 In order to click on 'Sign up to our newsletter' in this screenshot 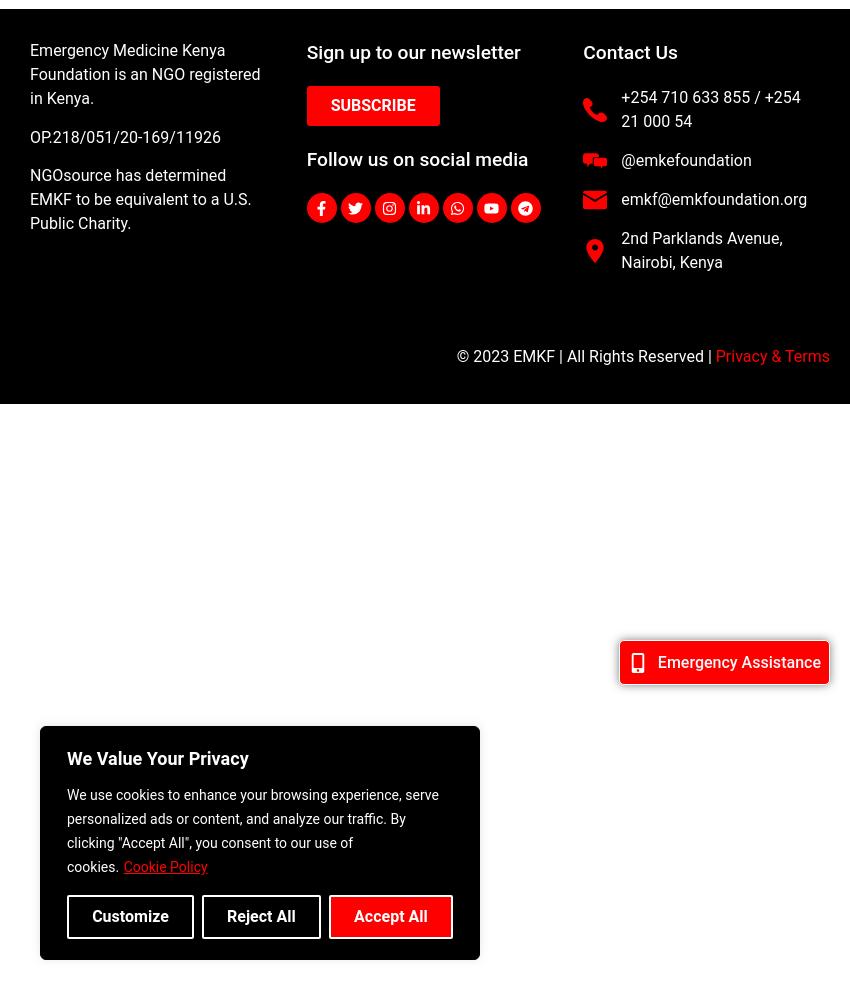, I will do `click(413, 52)`.